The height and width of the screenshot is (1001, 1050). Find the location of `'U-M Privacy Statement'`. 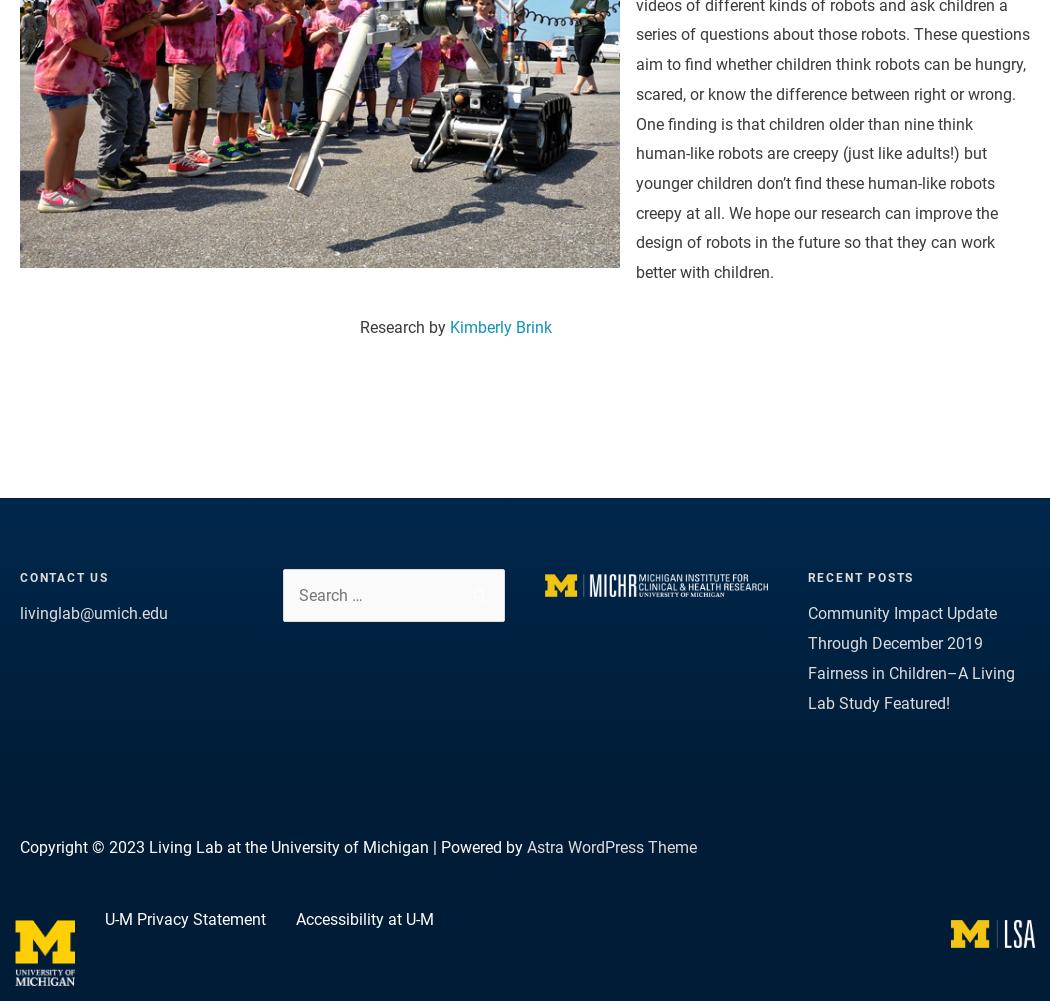

'U-M Privacy Statement' is located at coordinates (105, 919).